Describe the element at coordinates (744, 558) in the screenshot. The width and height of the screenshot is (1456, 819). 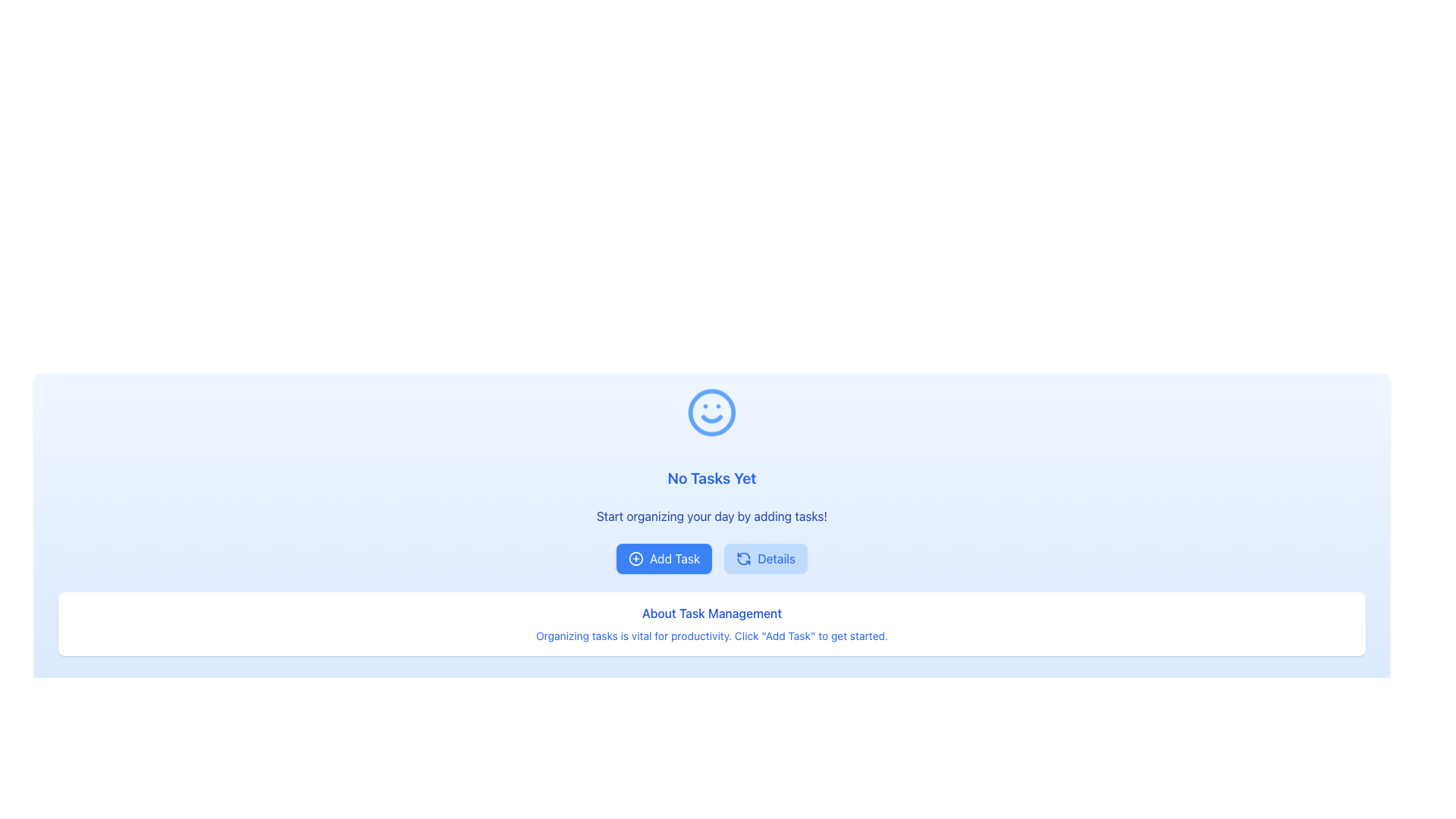
I see `the circular arrow refresh icon styled with a blue hue, located on the 'Details' button adjacent to the 'Add Task' button` at that location.